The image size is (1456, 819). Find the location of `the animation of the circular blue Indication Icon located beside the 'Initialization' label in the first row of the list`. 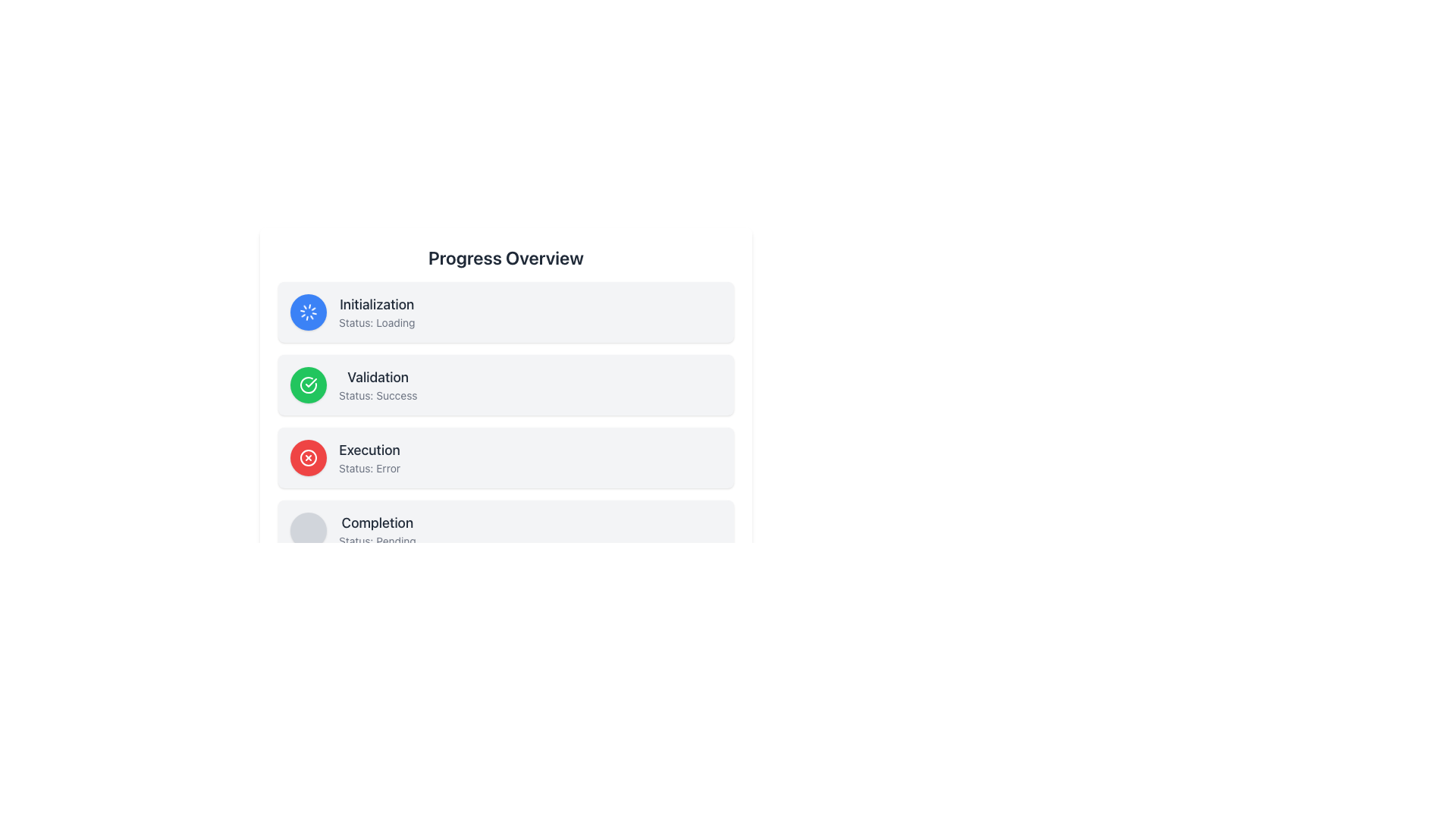

the animation of the circular blue Indication Icon located beside the 'Initialization' label in the first row of the list is located at coordinates (308, 312).